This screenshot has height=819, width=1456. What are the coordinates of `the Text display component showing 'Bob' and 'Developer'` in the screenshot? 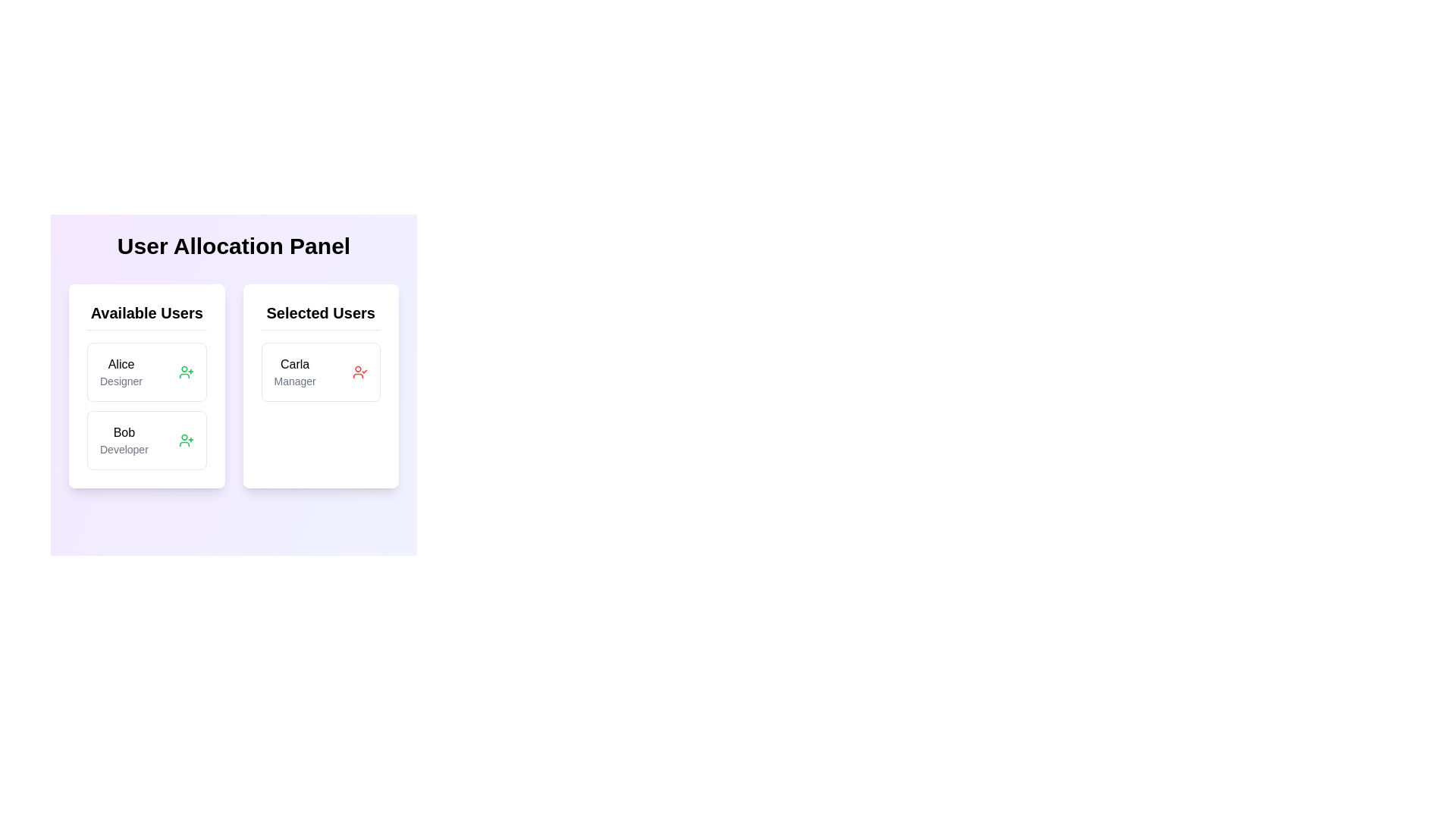 It's located at (124, 441).